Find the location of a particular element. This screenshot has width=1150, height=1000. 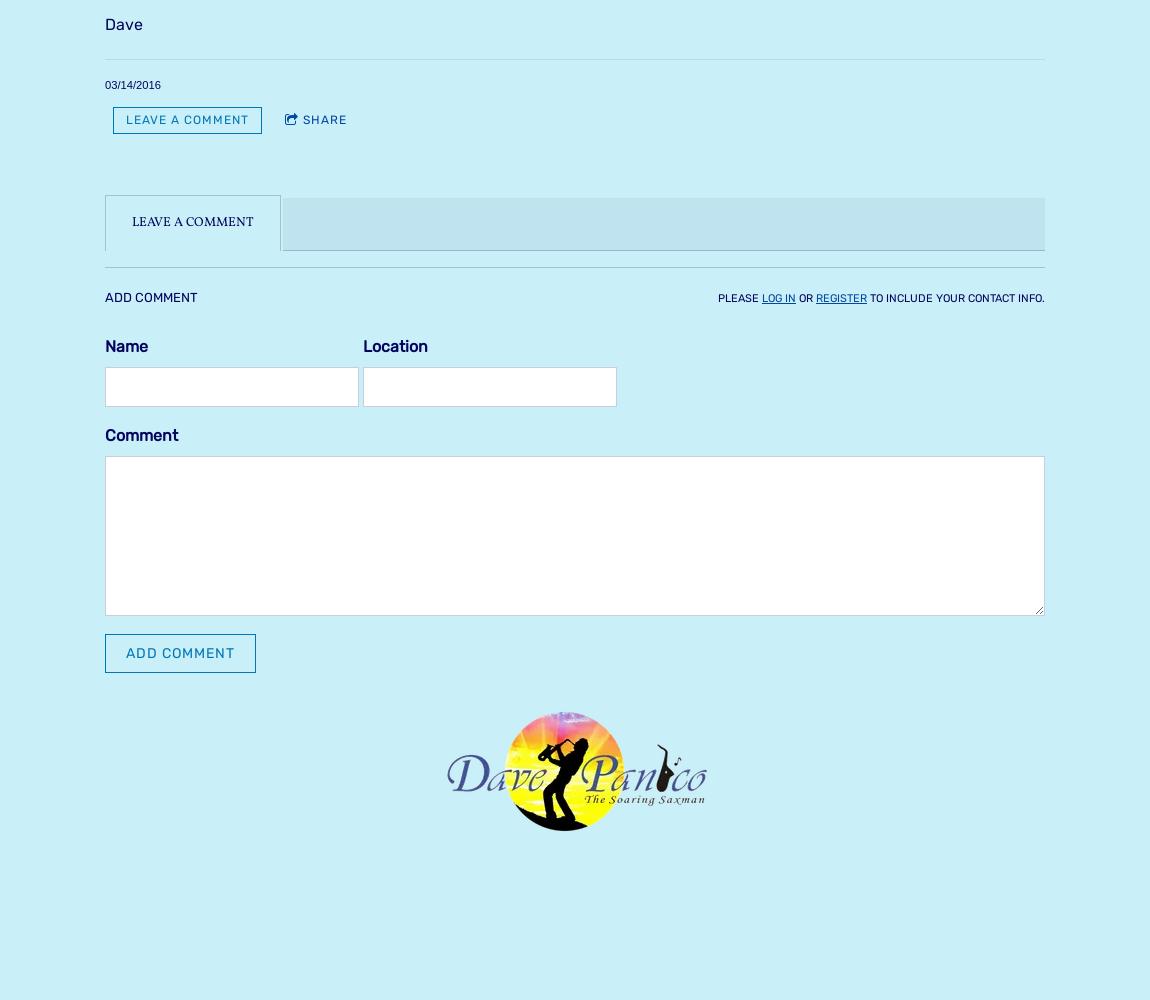

'Location' is located at coordinates (395, 344).